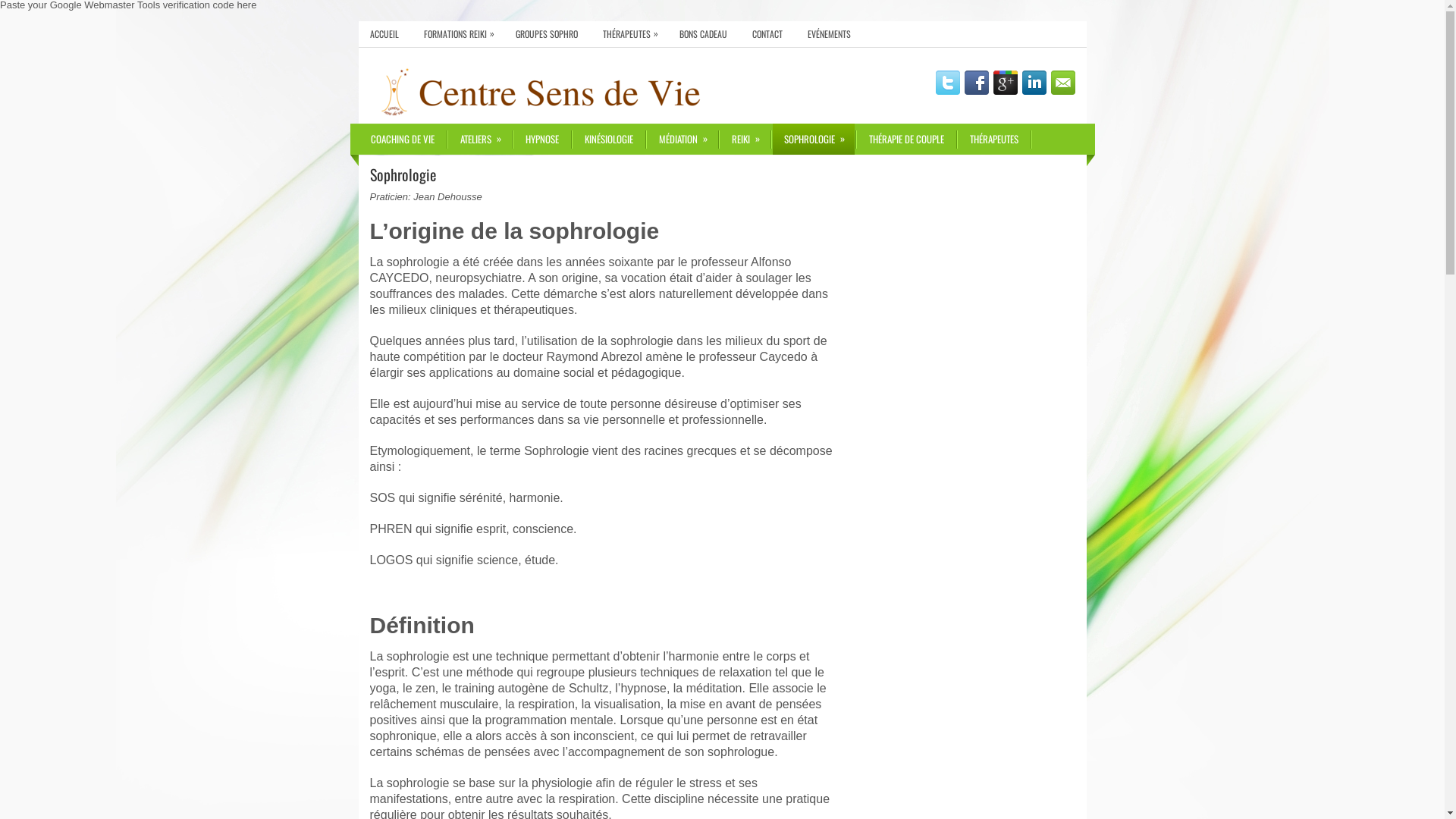 The width and height of the screenshot is (1456, 819). I want to click on 'Facebook', so click(976, 82).